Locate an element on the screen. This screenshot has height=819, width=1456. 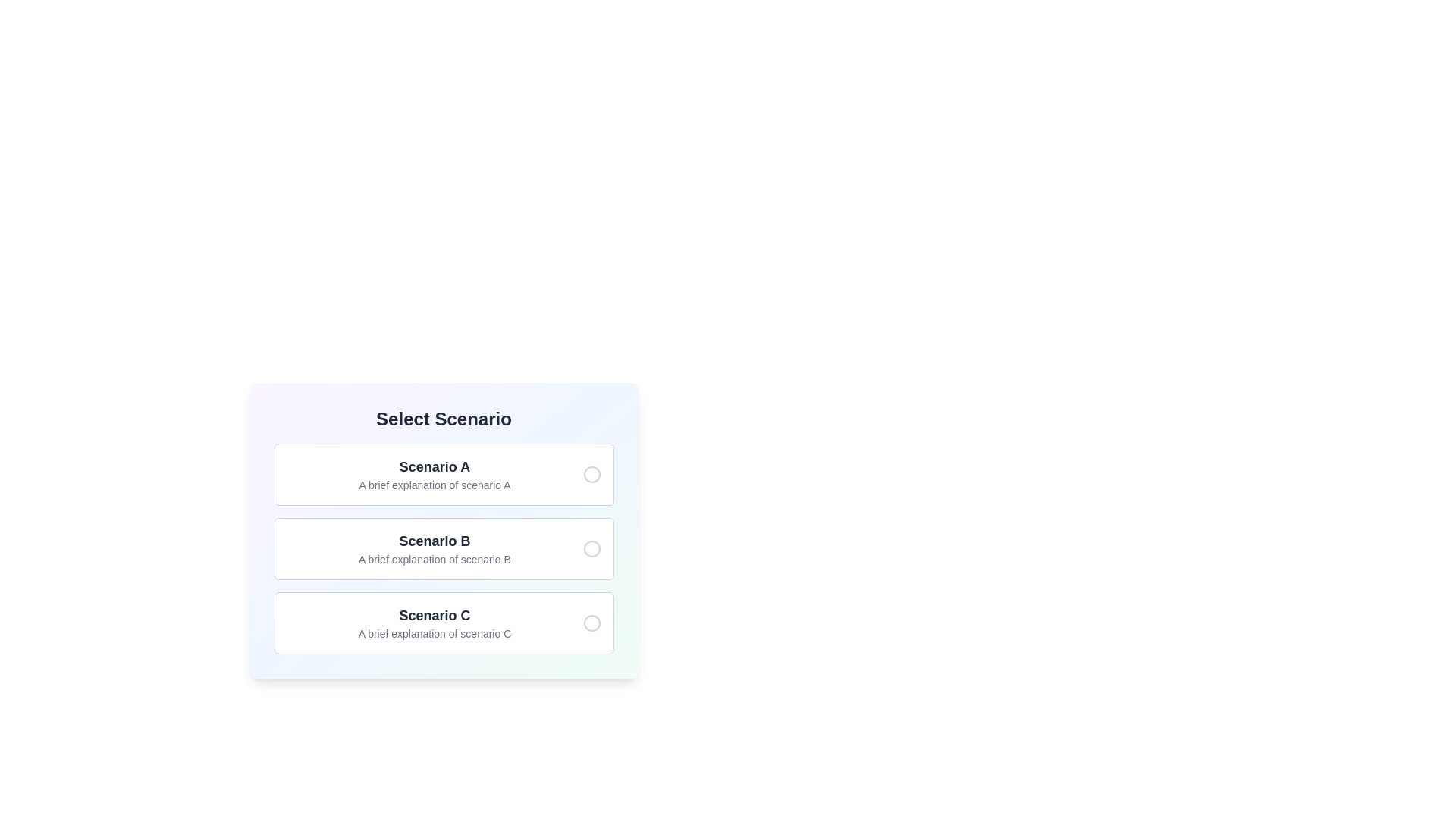
the hollow circle radio button indicator located to the right of 'Scenario C' is located at coordinates (591, 623).